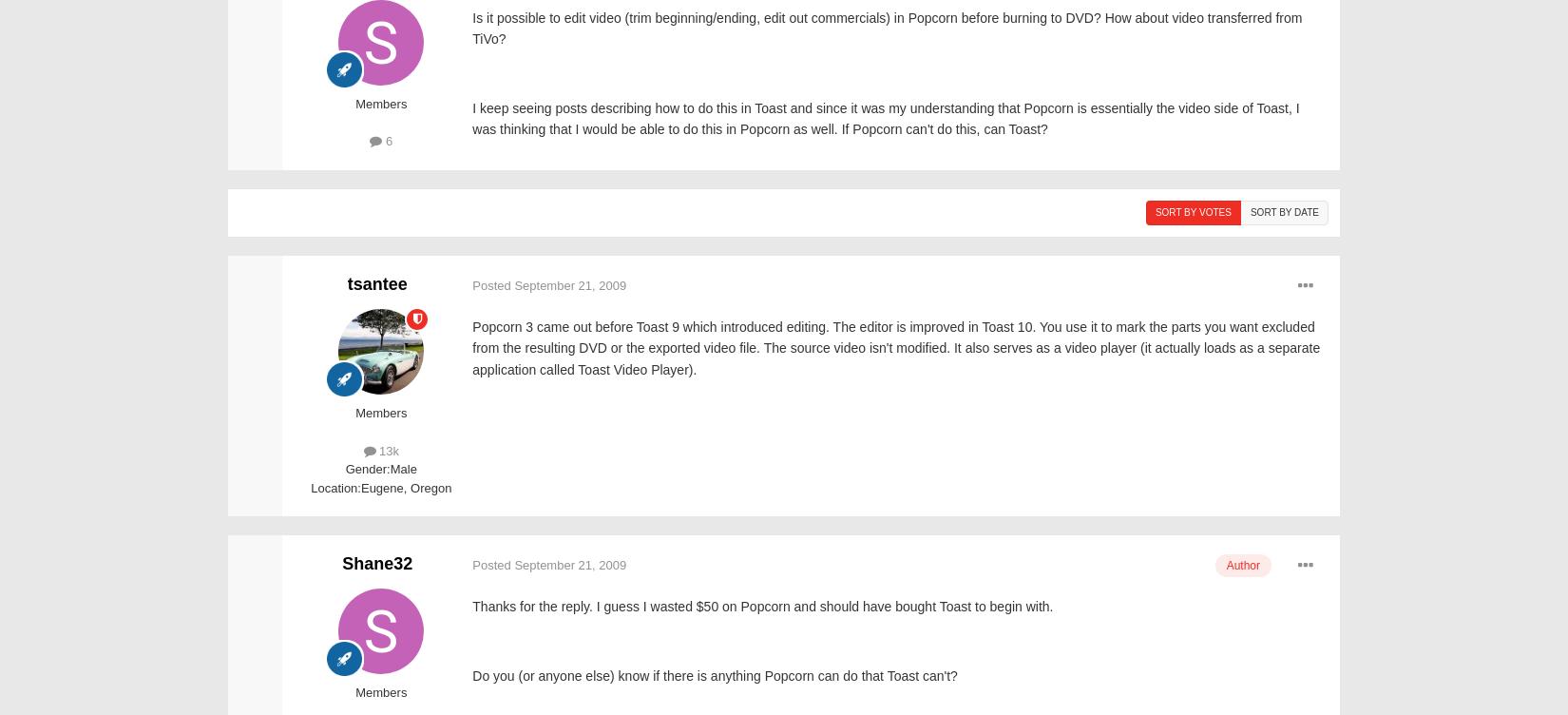  I want to click on 'Eugene, Oregon', so click(405, 486).